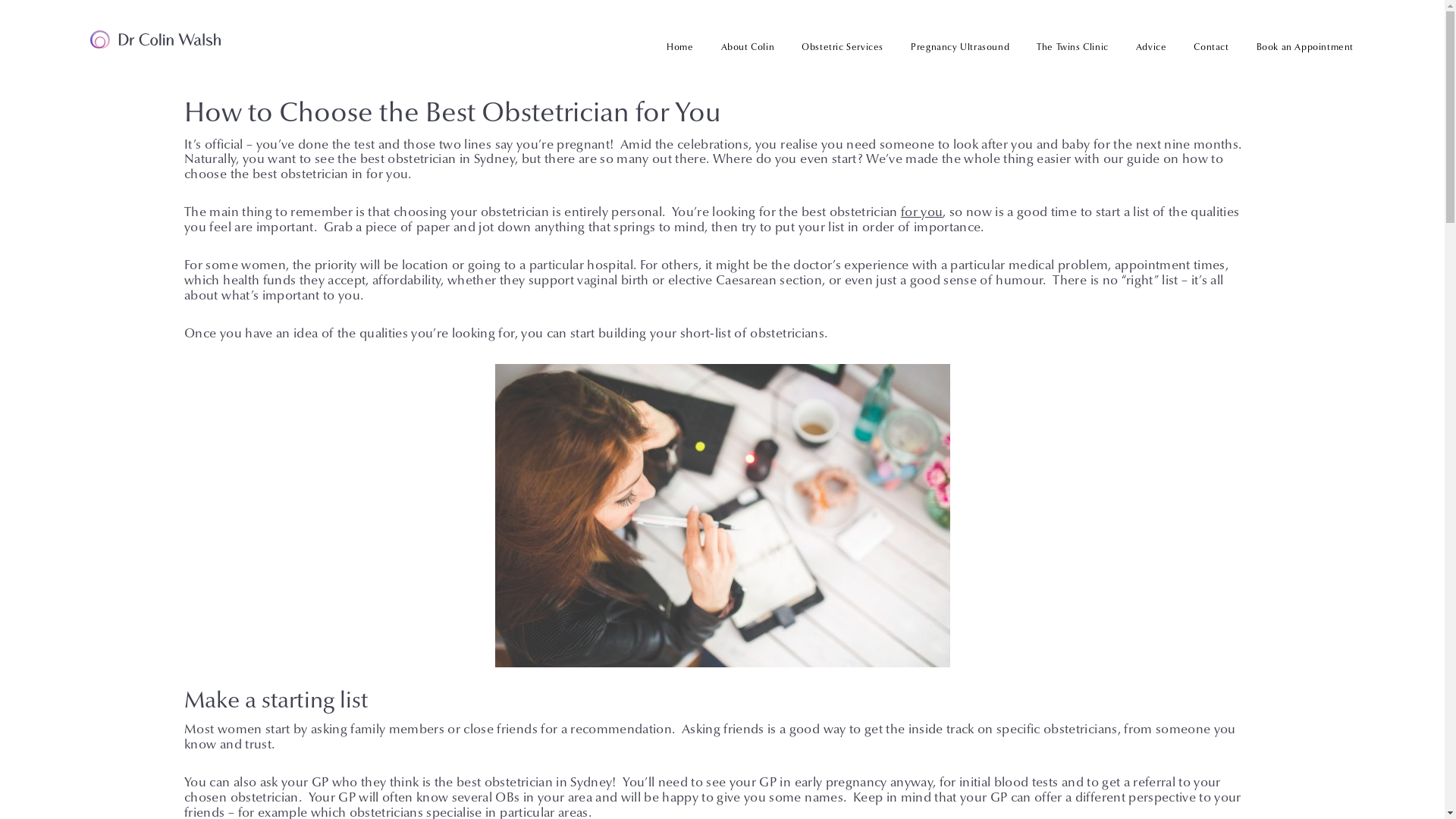  What do you see at coordinates (787, 46) in the screenshot?
I see `'Obstetric Services'` at bounding box center [787, 46].